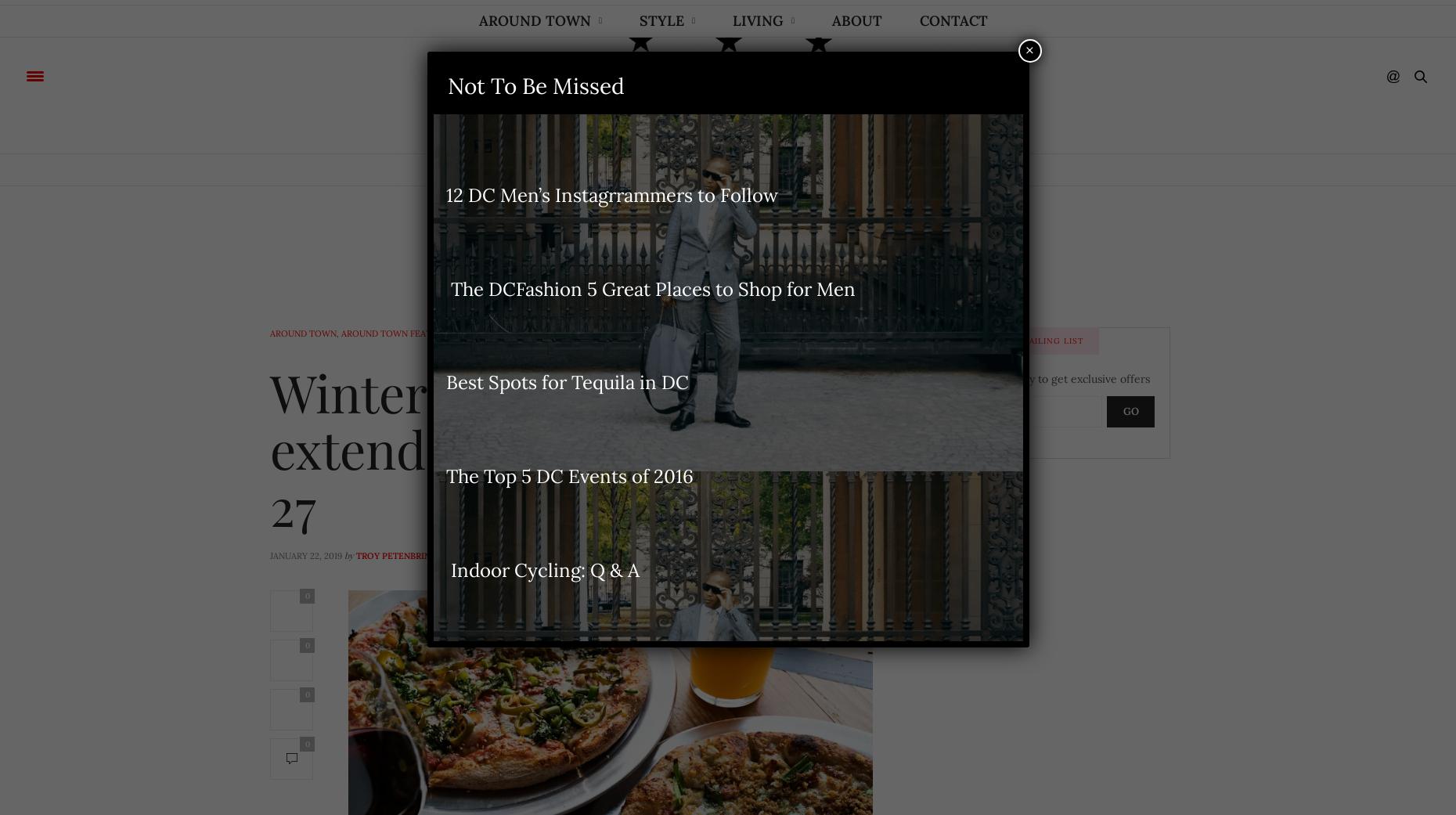 This screenshot has width=1456, height=815. What do you see at coordinates (1052, 340) in the screenshot?
I see `'MAILING LIST'` at bounding box center [1052, 340].